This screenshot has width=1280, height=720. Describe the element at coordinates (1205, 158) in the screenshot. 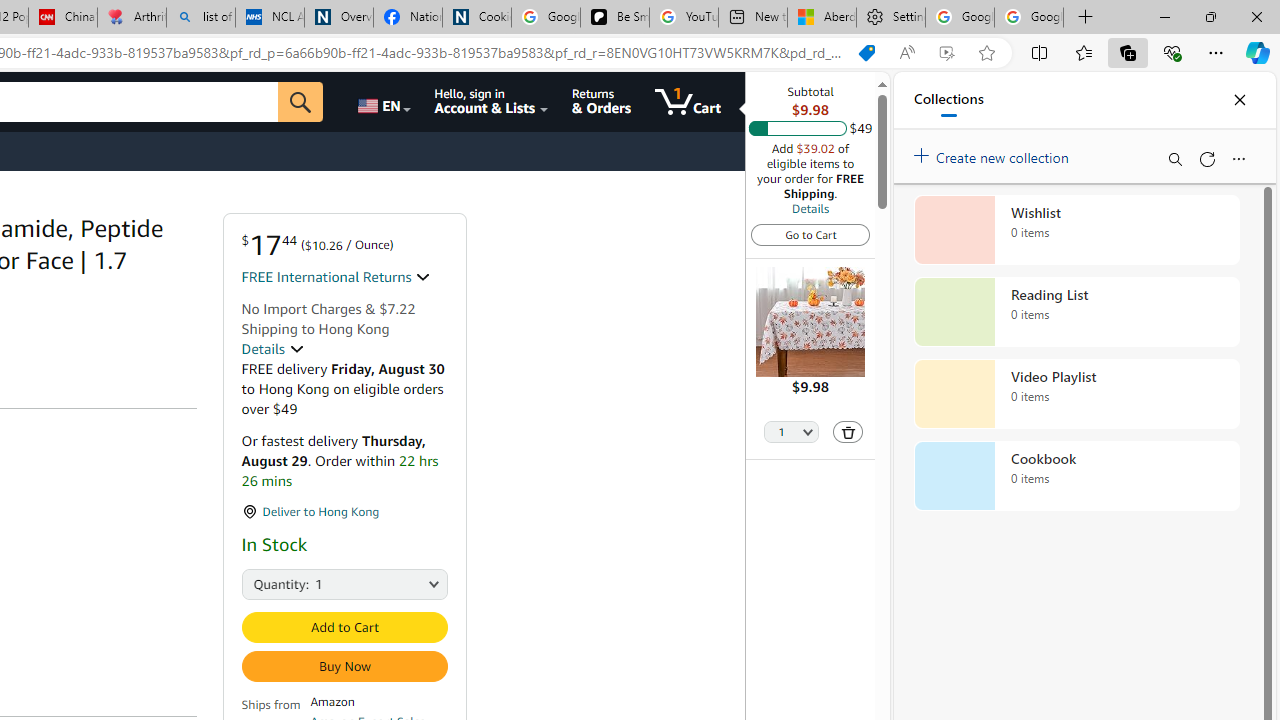

I see `'Refresh'` at that location.